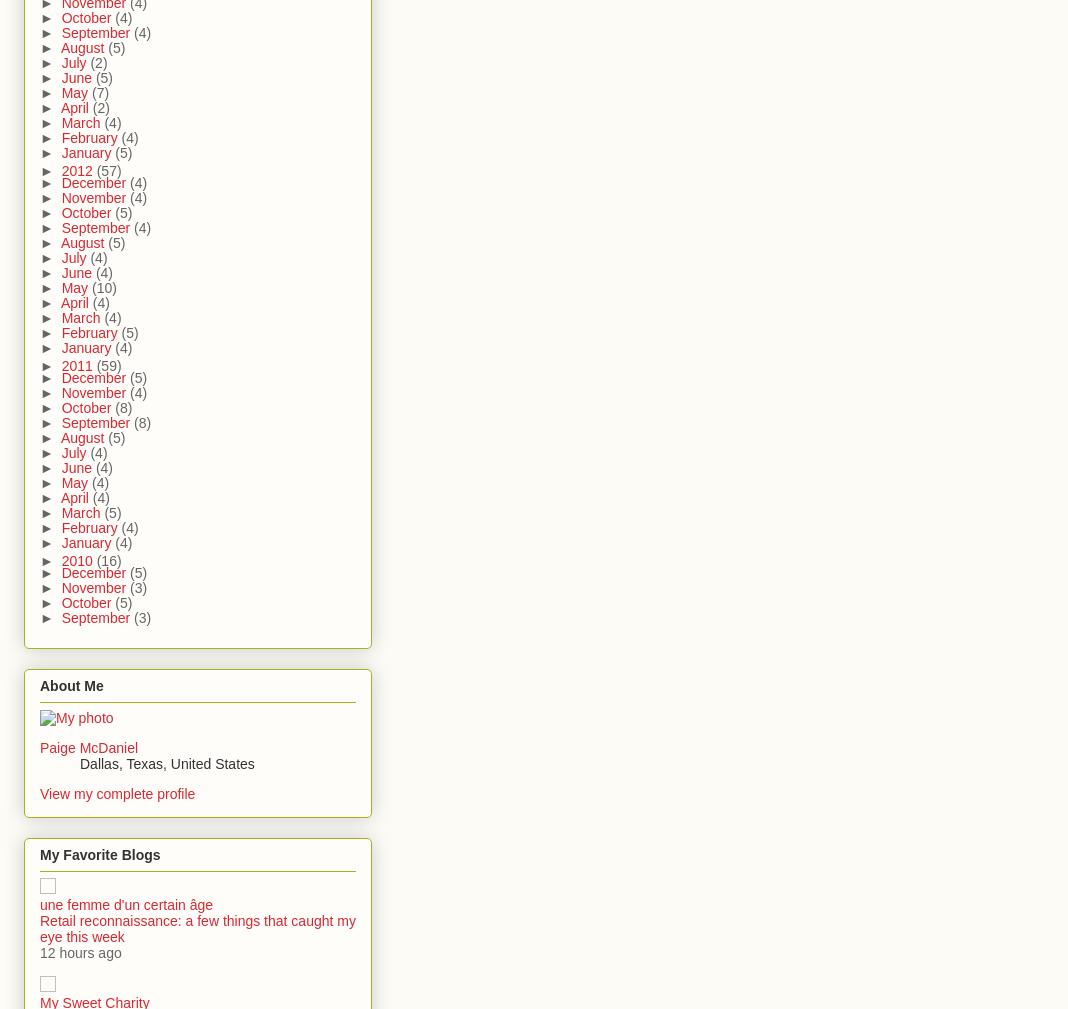 The image size is (1068, 1009). Describe the element at coordinates (70, 685) in the screenshot. I see `'About Me'` at that location.